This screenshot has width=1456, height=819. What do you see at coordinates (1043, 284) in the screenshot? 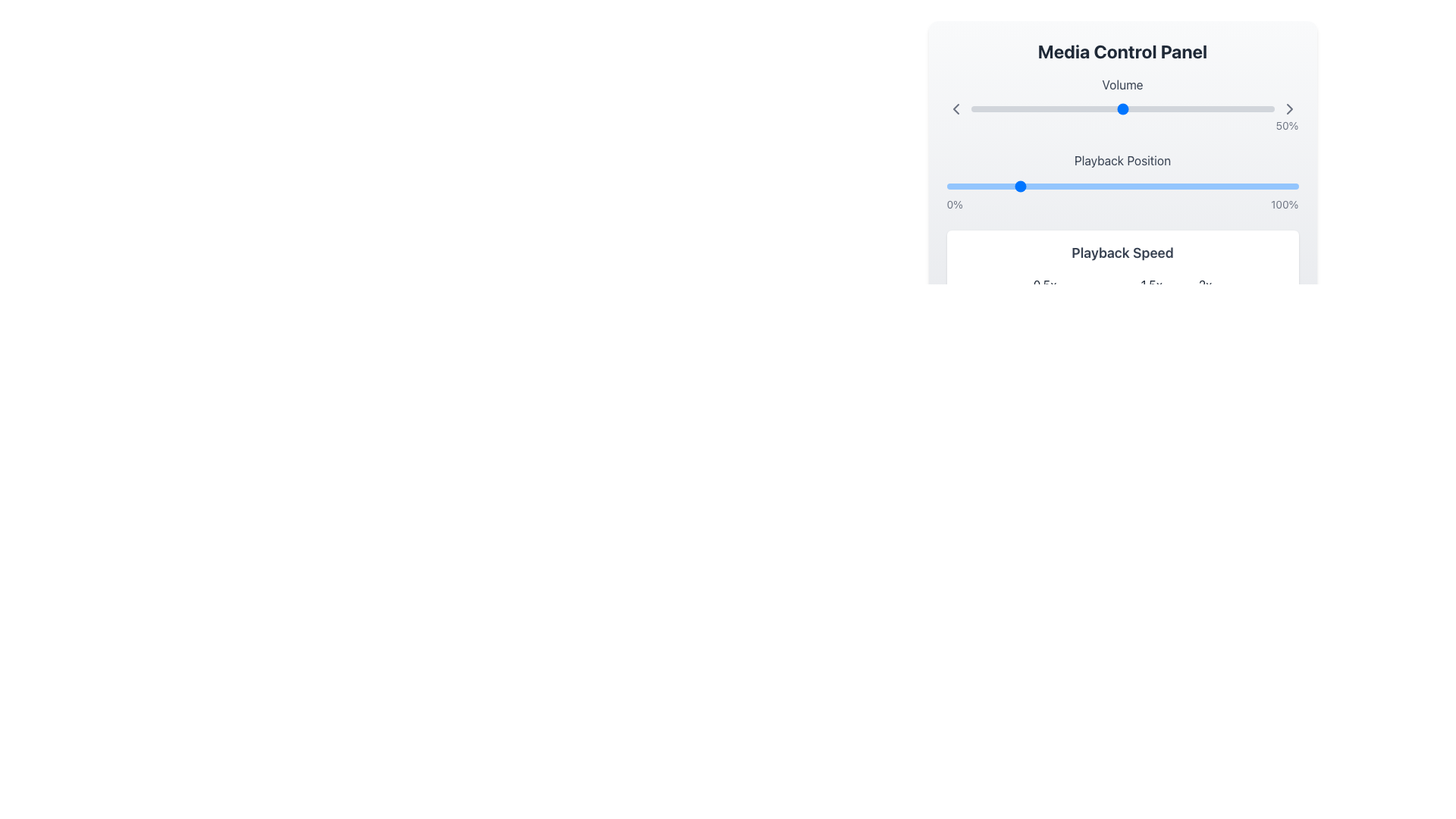
I see `the text label displaying '0.5x' in the Playback Speed section of the Media Control Panel` at bounding box center [1043, 284].